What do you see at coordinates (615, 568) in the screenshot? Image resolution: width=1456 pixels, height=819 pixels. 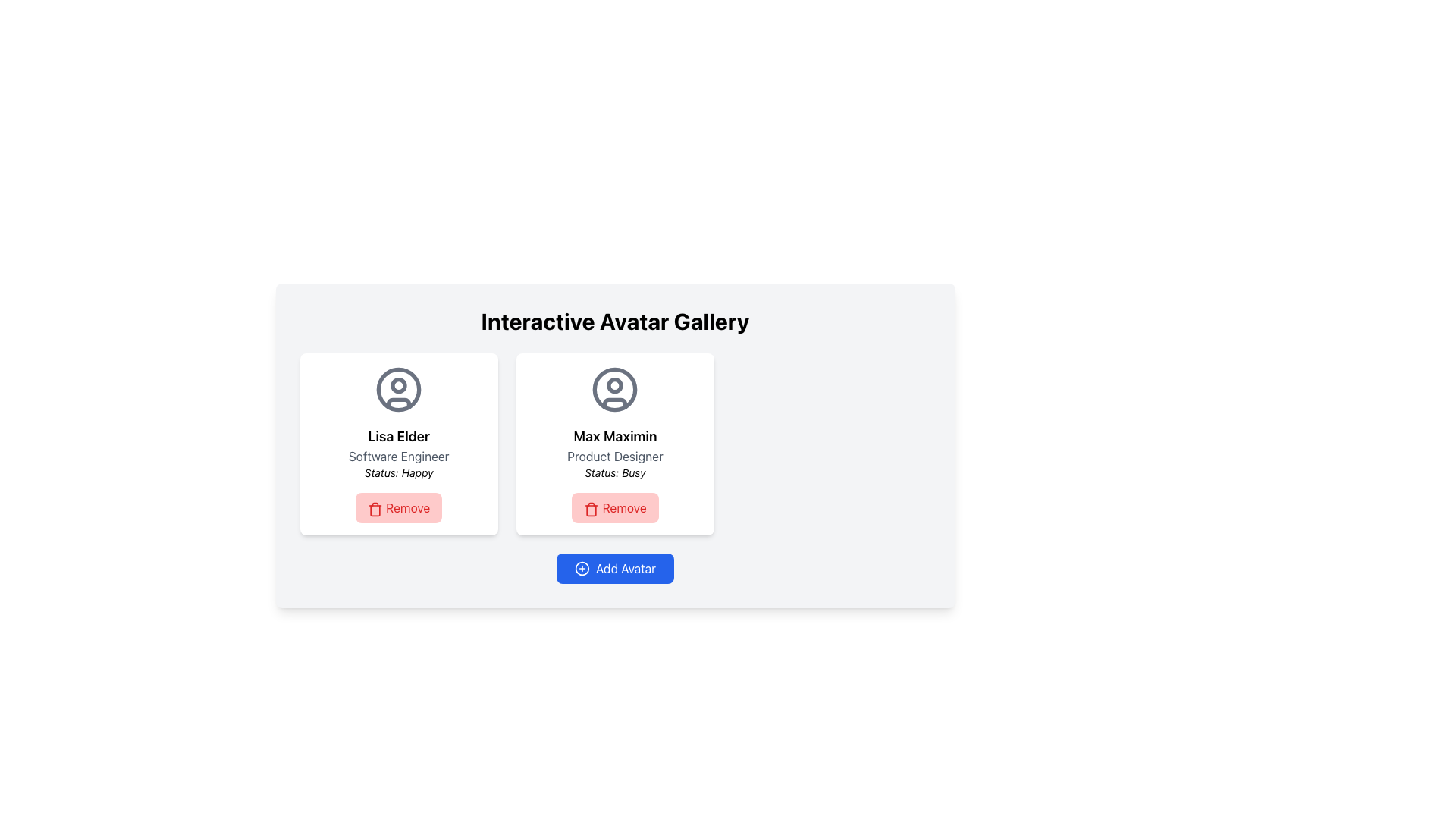 I see `the 'Add Avatar' button, which has a blue background and white text` at bounding box center [615, 568].